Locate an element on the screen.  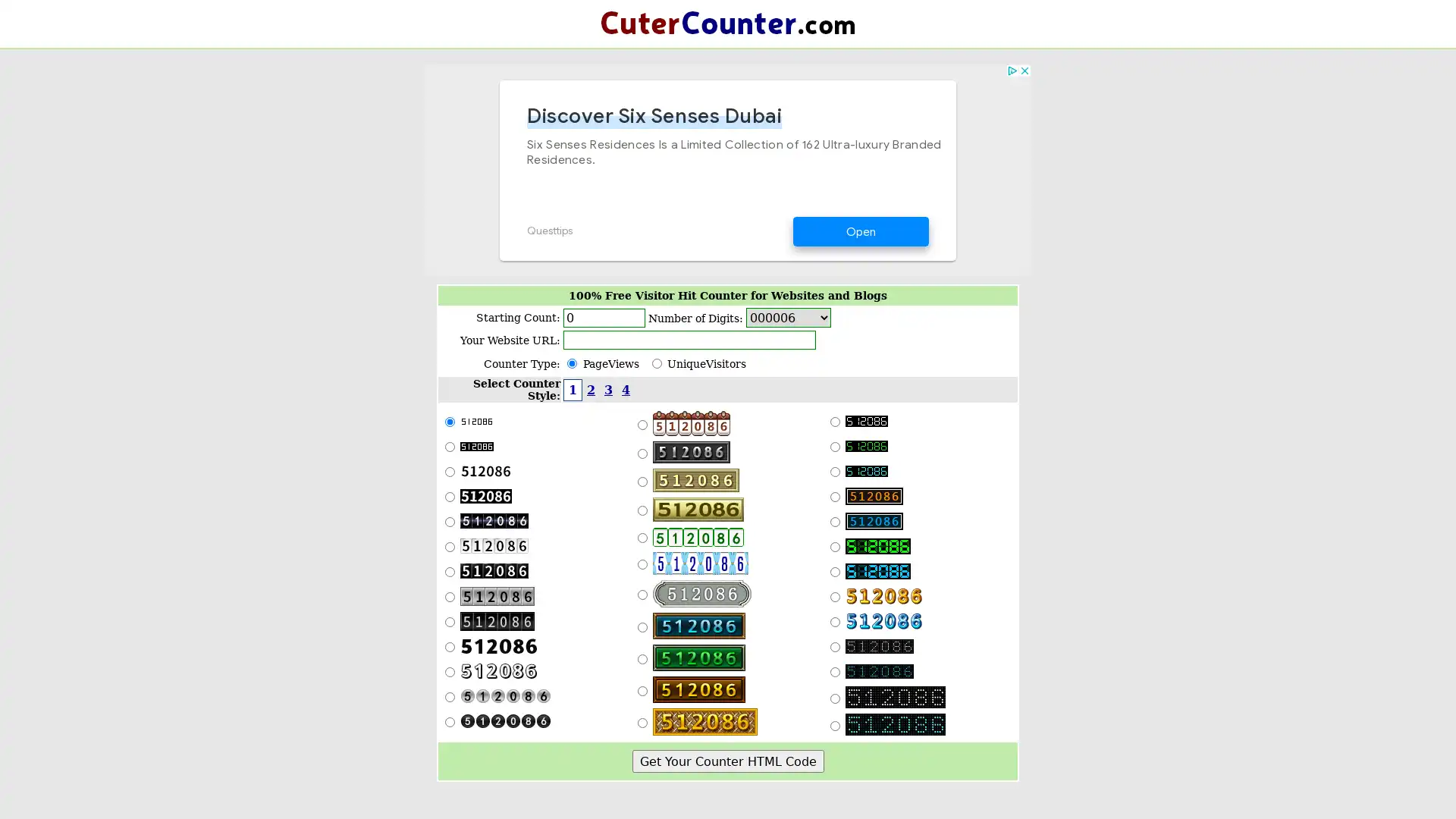
Get Your Counter HTML Code is located at coordinates (726, 761).